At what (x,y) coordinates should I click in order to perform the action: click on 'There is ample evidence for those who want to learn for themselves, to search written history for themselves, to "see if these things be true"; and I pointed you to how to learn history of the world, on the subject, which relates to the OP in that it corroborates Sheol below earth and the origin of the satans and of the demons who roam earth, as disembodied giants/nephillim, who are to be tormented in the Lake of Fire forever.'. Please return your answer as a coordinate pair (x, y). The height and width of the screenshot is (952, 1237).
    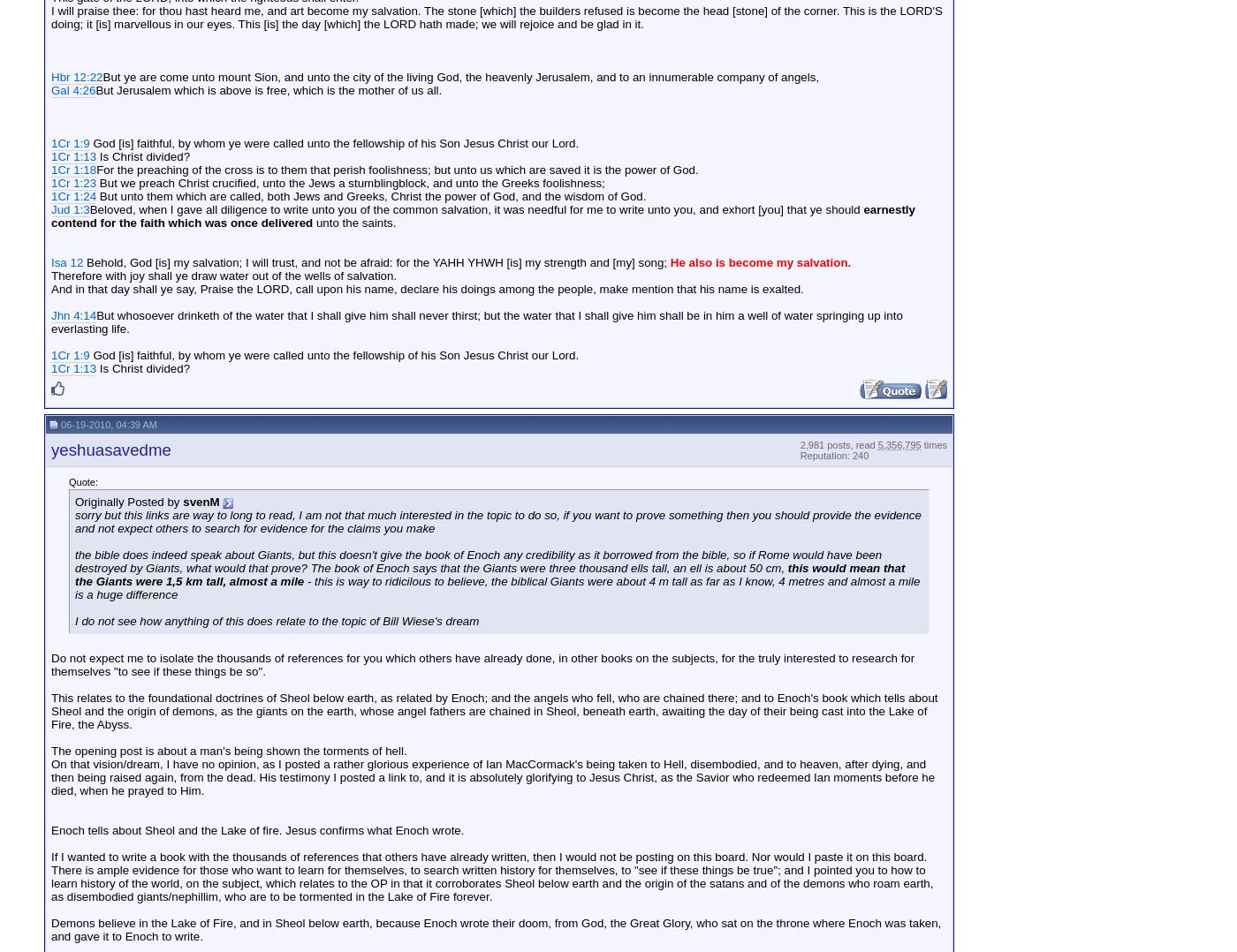
    Looking at the image, I should click on (492, 883).